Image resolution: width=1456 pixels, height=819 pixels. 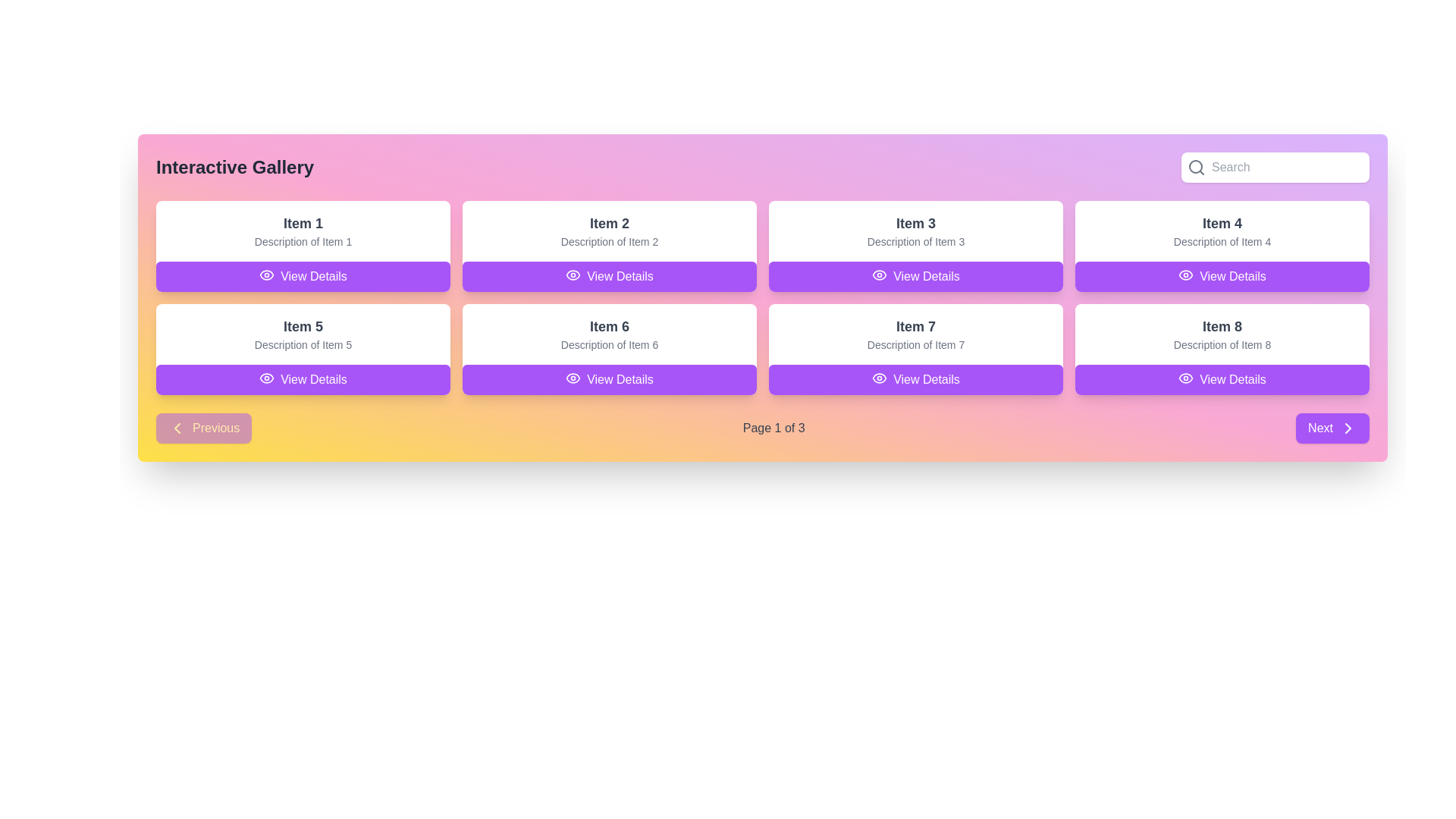 What do you see at coordinates (573, 275) in the screenshot?
I see `the text of the 'View Details' button for the second item from the left on the top row in the grid layout` at bounding box center [573, 275].